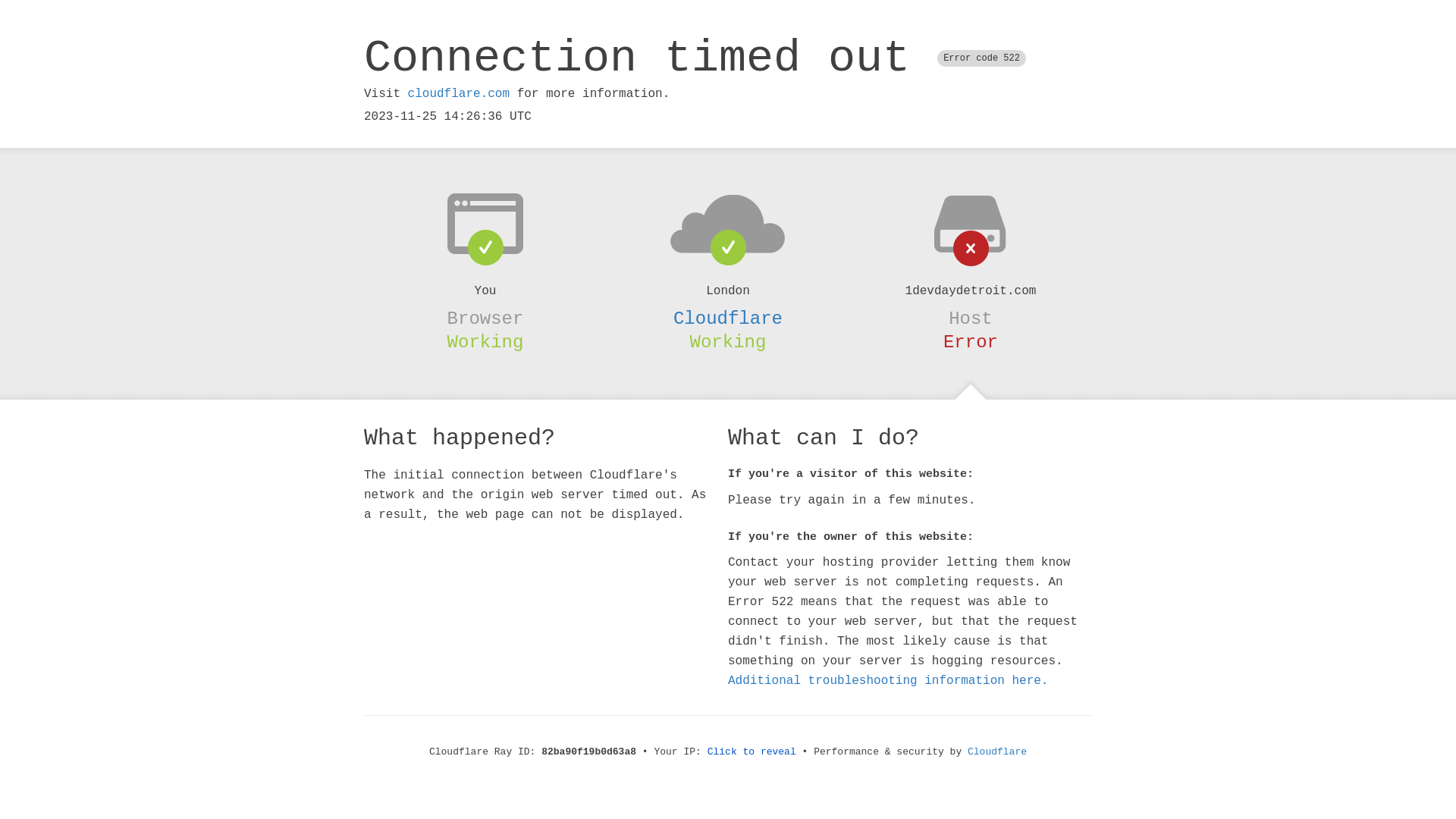 Image resolution: width=1456 pixels, height=819 pixels. I want to click on 'Click to reveal', so click(752, 752).